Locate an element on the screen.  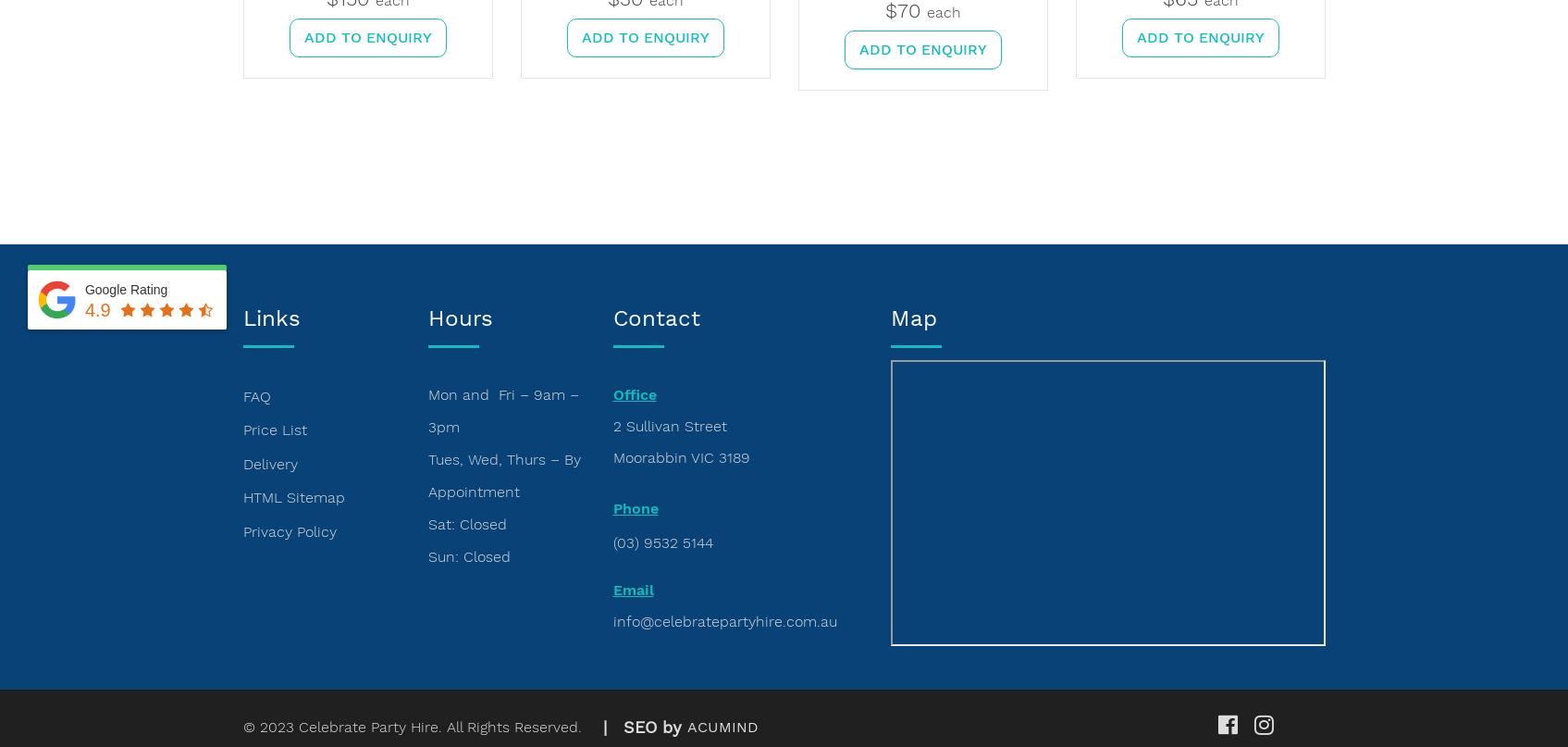
'Contact' is located at coordinates (656, 318).